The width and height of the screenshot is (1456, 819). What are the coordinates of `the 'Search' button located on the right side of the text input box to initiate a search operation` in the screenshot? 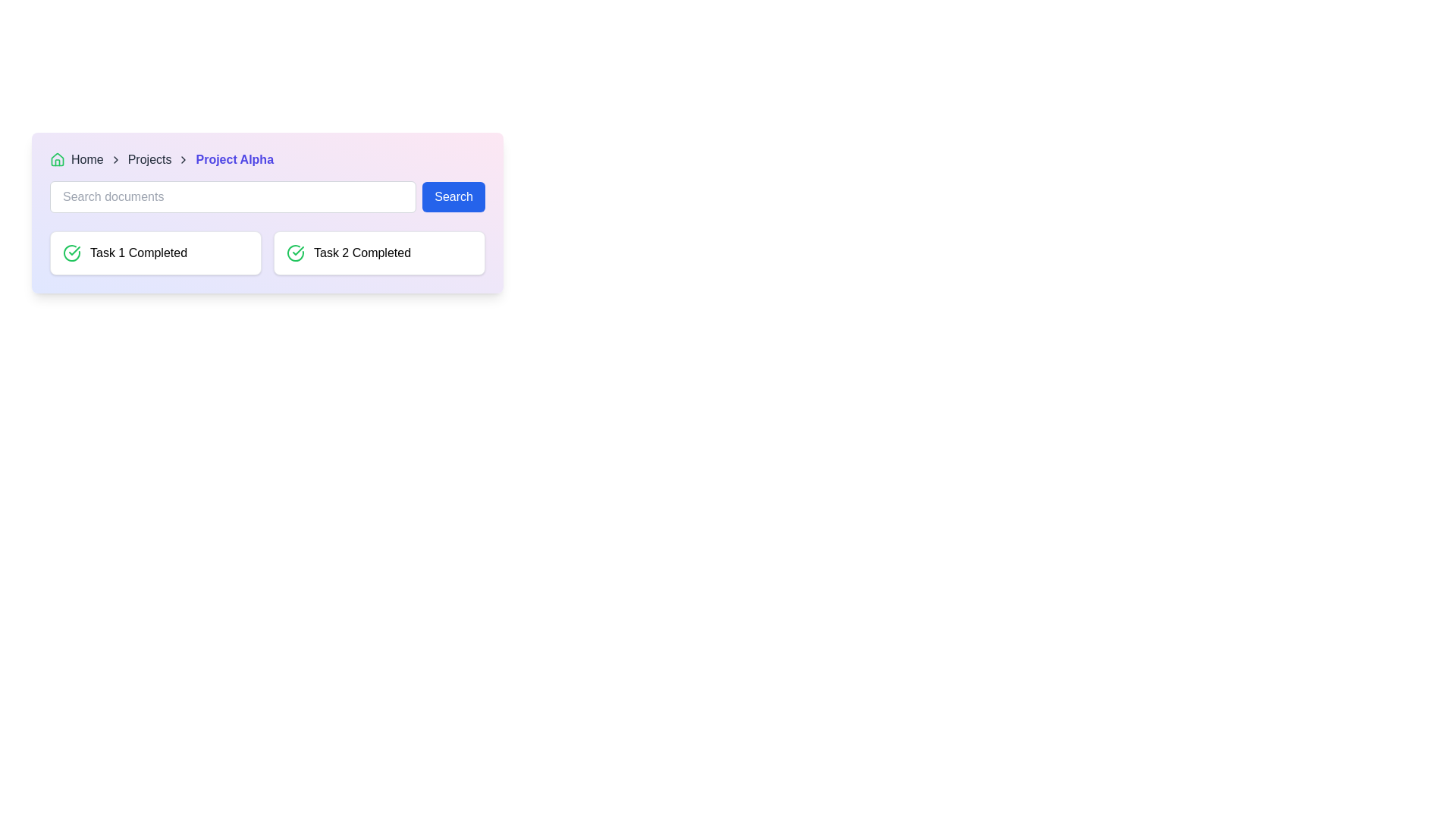 It's located at (453, 196).